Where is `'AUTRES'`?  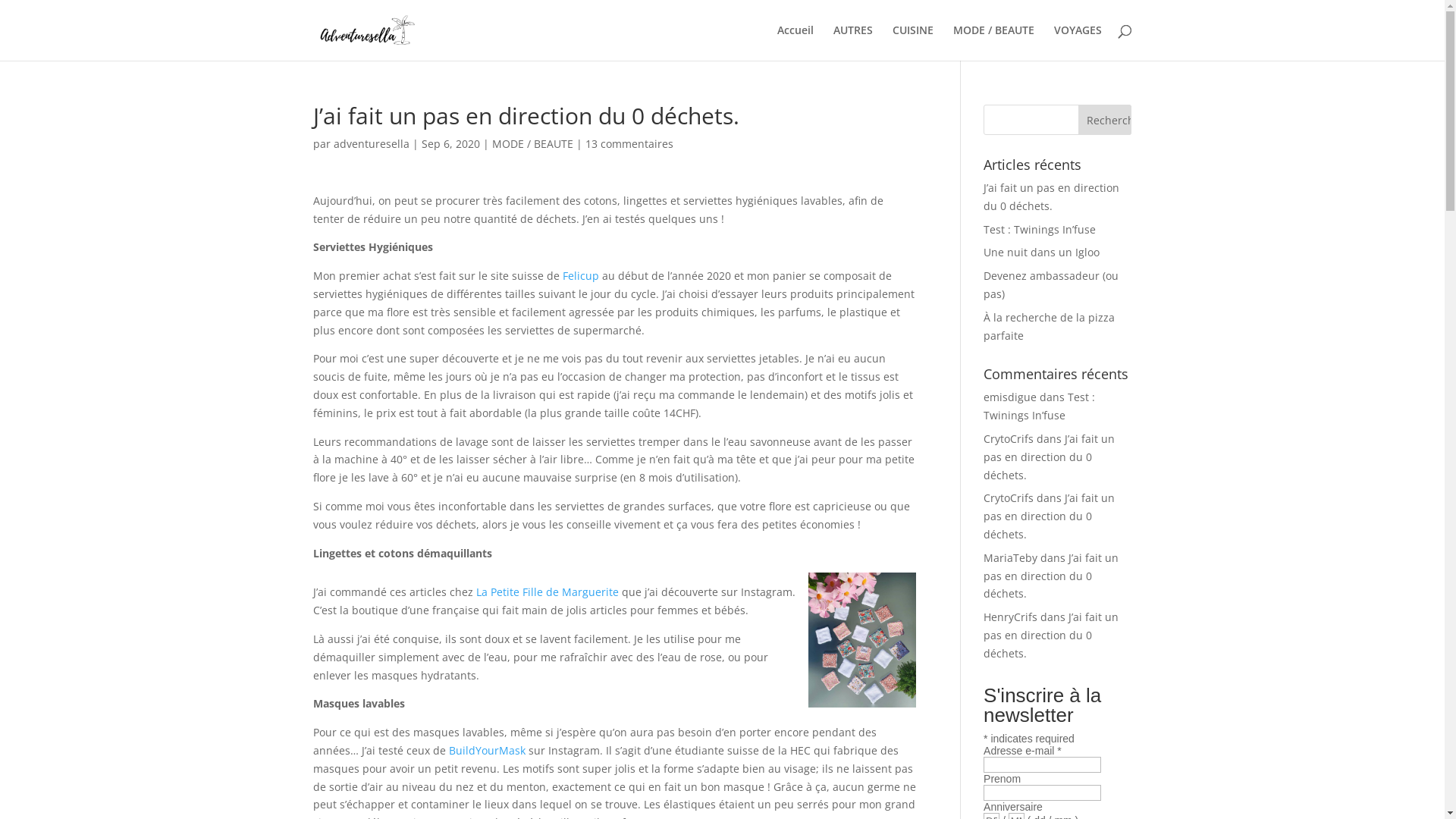
'AUTRES' is located at coordinates (852, 42).